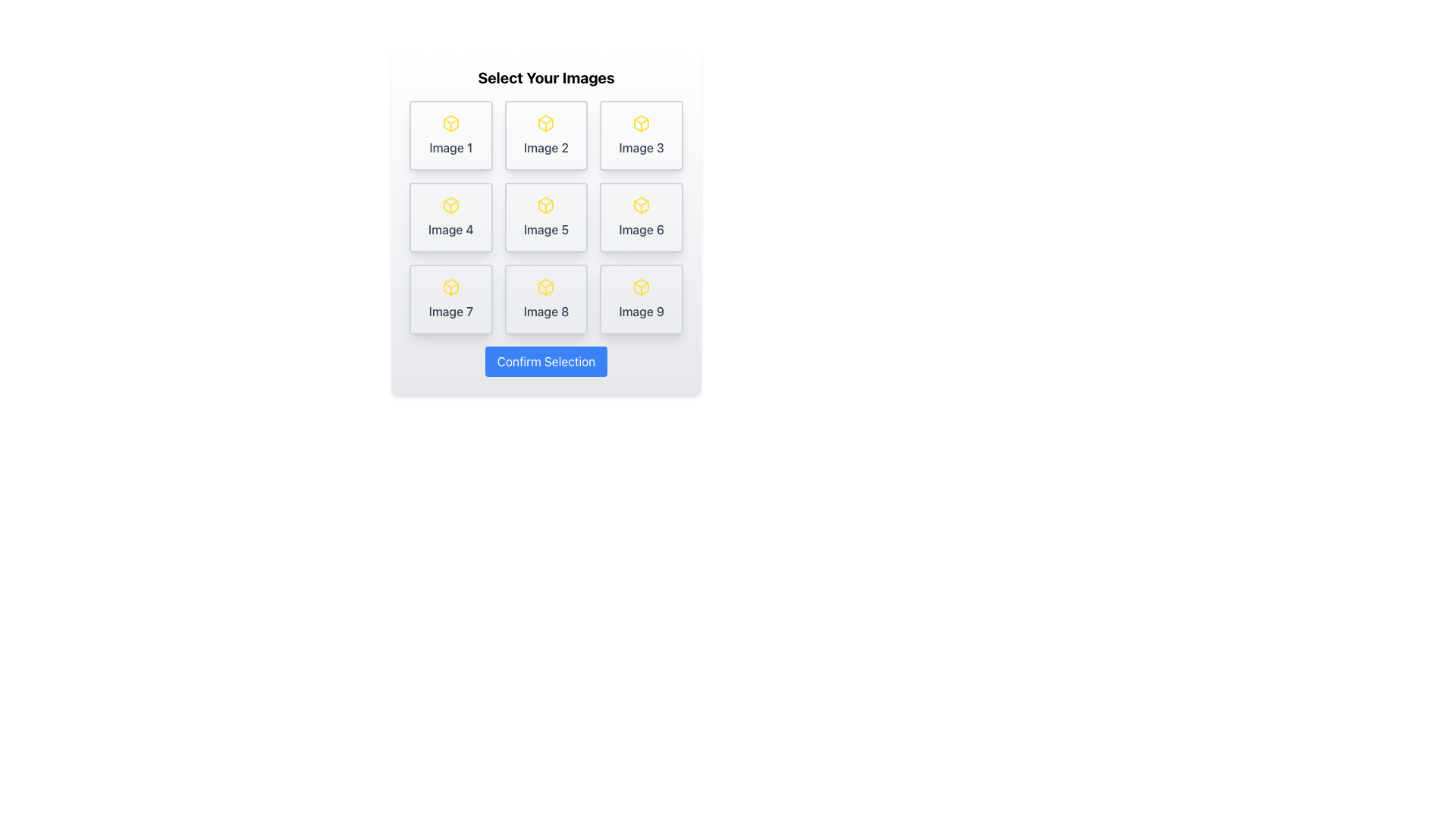  I want to click on label located in the second cell of the first row of a 3x3 grid layout, positioned below a yellow box icon, which helps identify the corresponding image selection option, so click(546, 148).